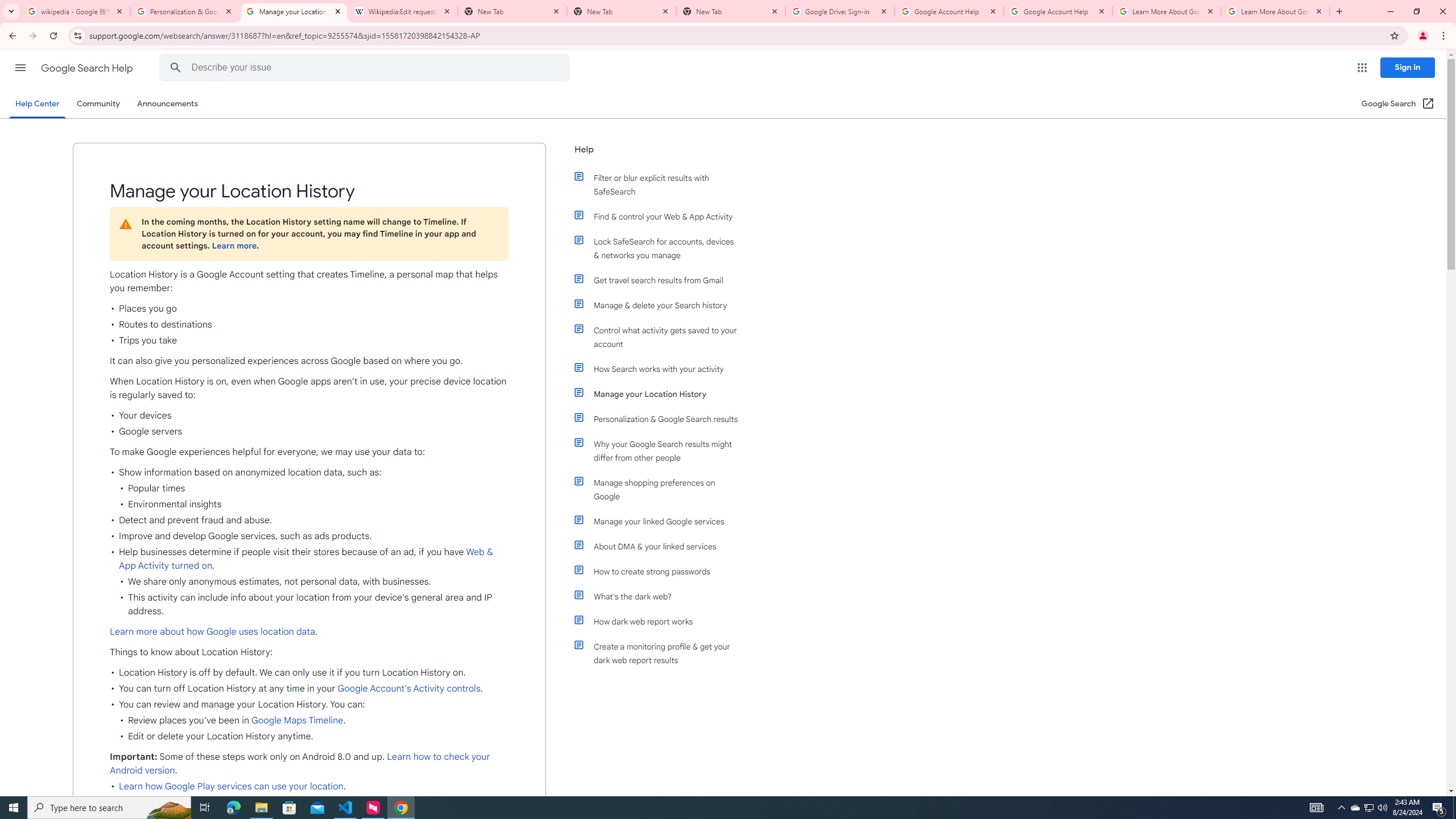 The image size is (1456, 819). What do you see at coordinates (77, 35) in the screenshot?
I see `'View site information'` at bounding box center [77, 35].